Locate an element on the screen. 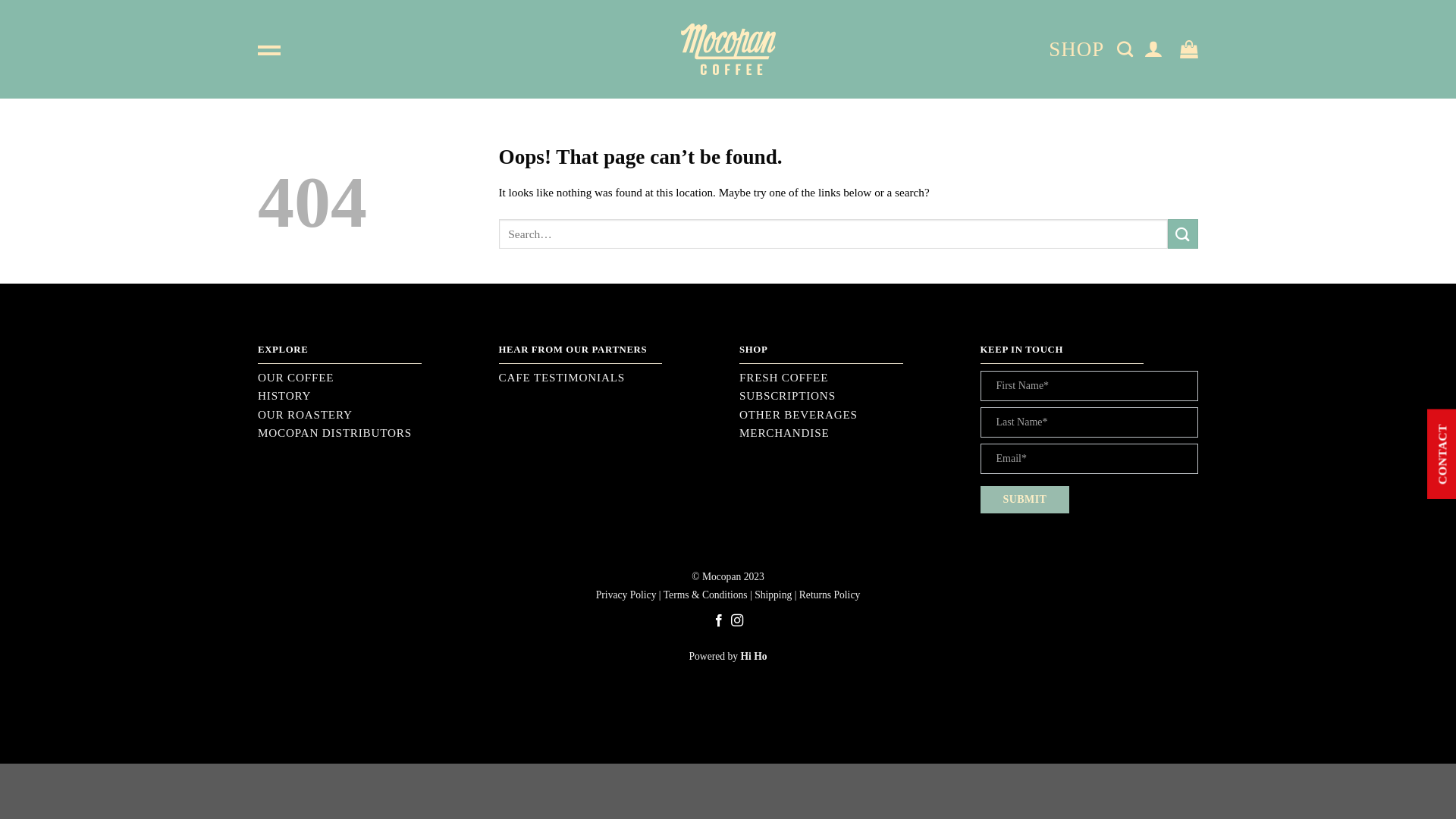  'Terms & Conditions' is located at coordinates (704, 594).